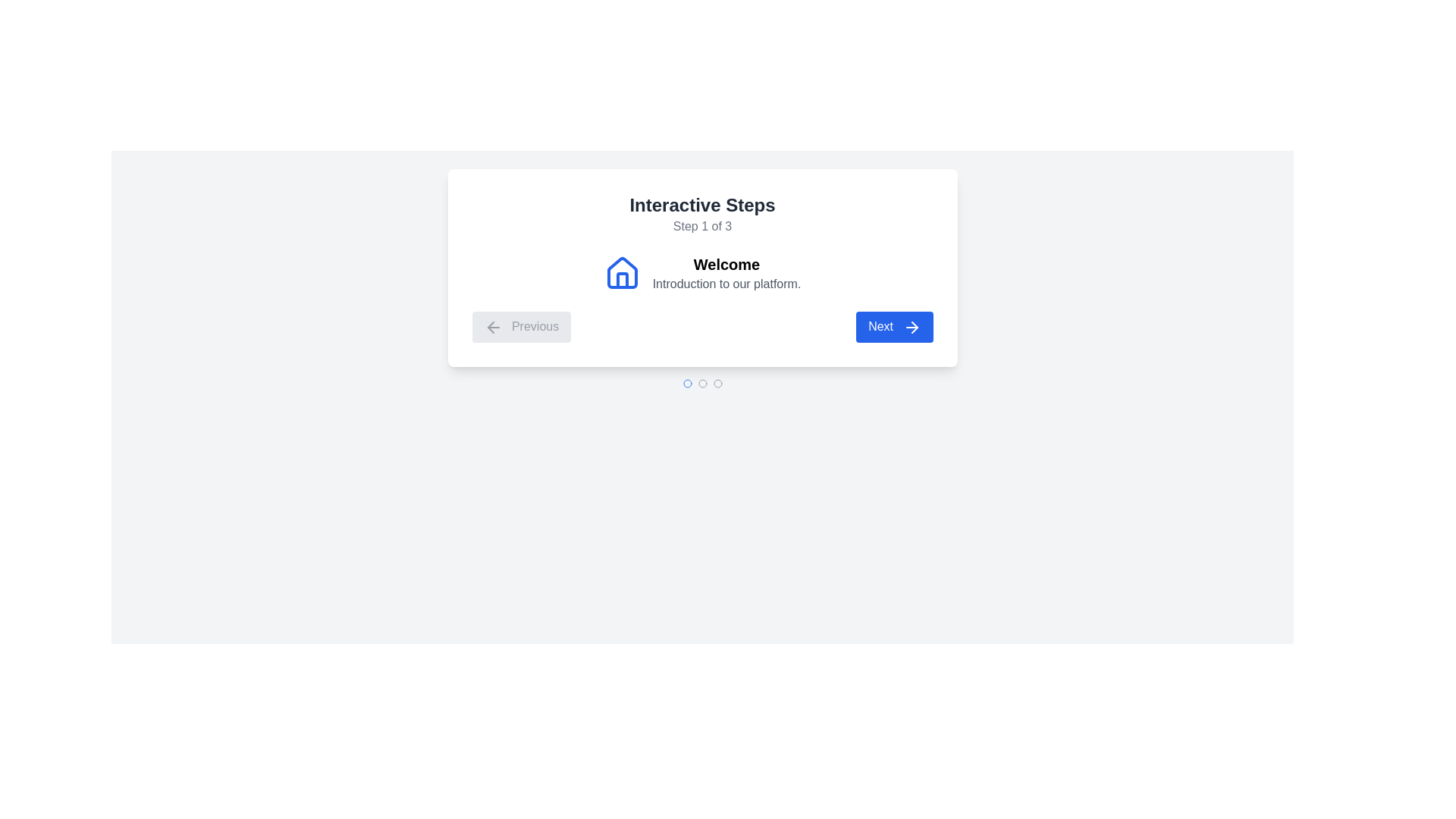 The height and width of the screenshot is (819, 1456). I want to click on the text label displaying 'Step 1 of 3', which is positioned below the header 'Interactive Steps' and is styled with a light gray color, so click(701, 227).